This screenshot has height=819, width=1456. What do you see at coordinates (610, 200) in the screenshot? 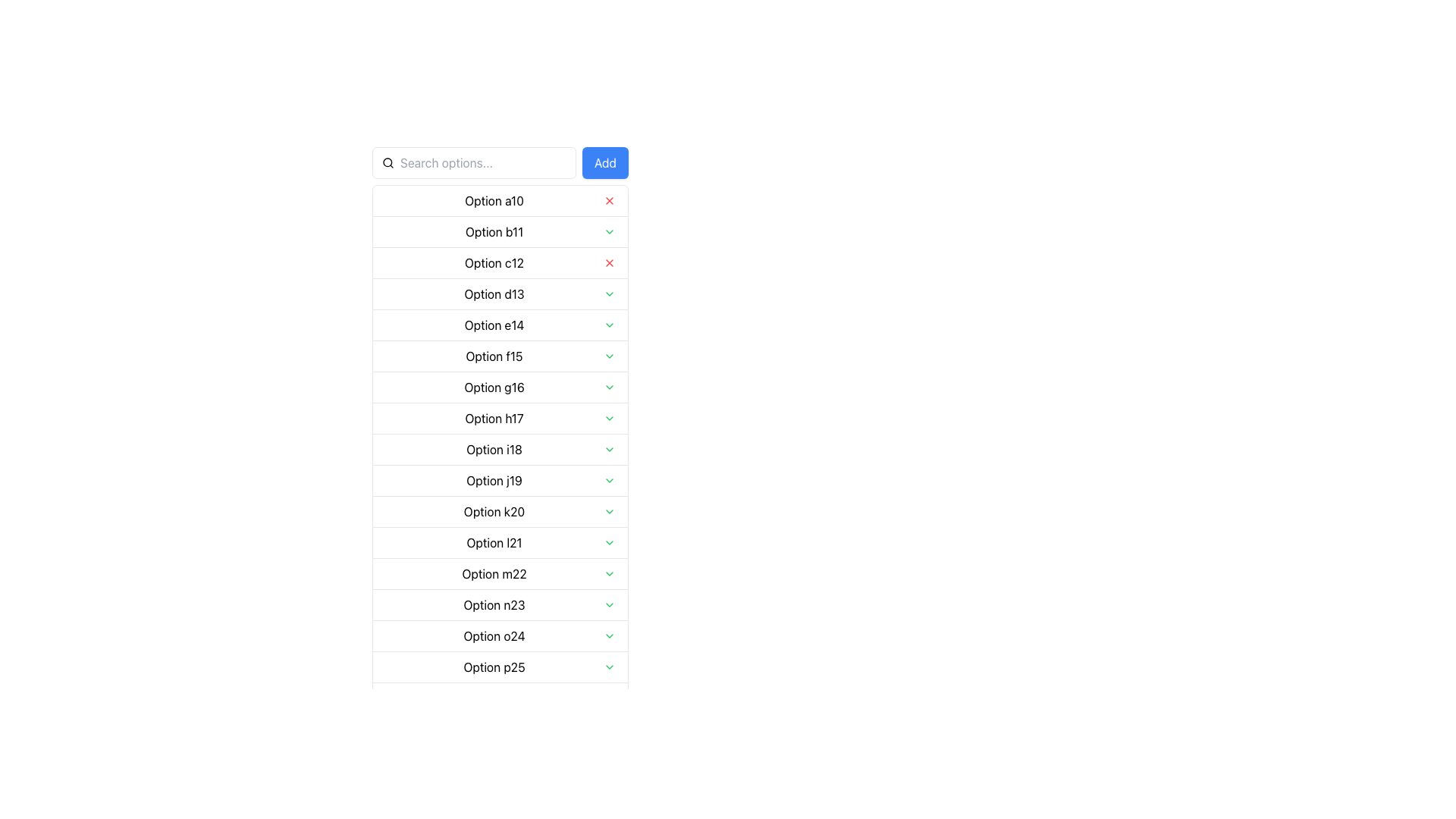
I see `the SVG icon element indicating an error or removal option for 'Option a10', located towards the right end of its row` at bounding box center [610, 200].